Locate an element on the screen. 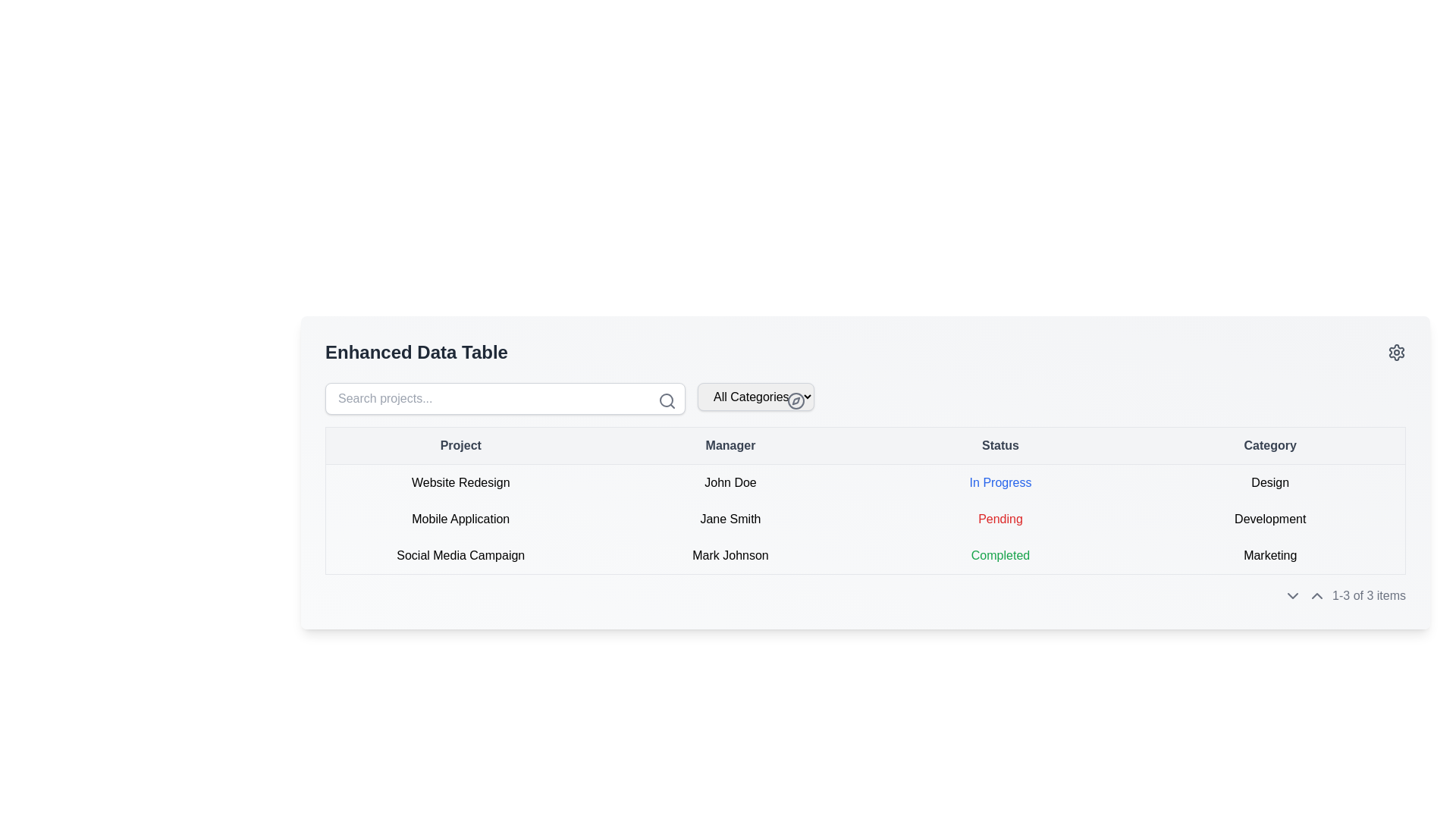  the 'Manager' column title in the TableRowHeader is located at coordinates (865, 444).